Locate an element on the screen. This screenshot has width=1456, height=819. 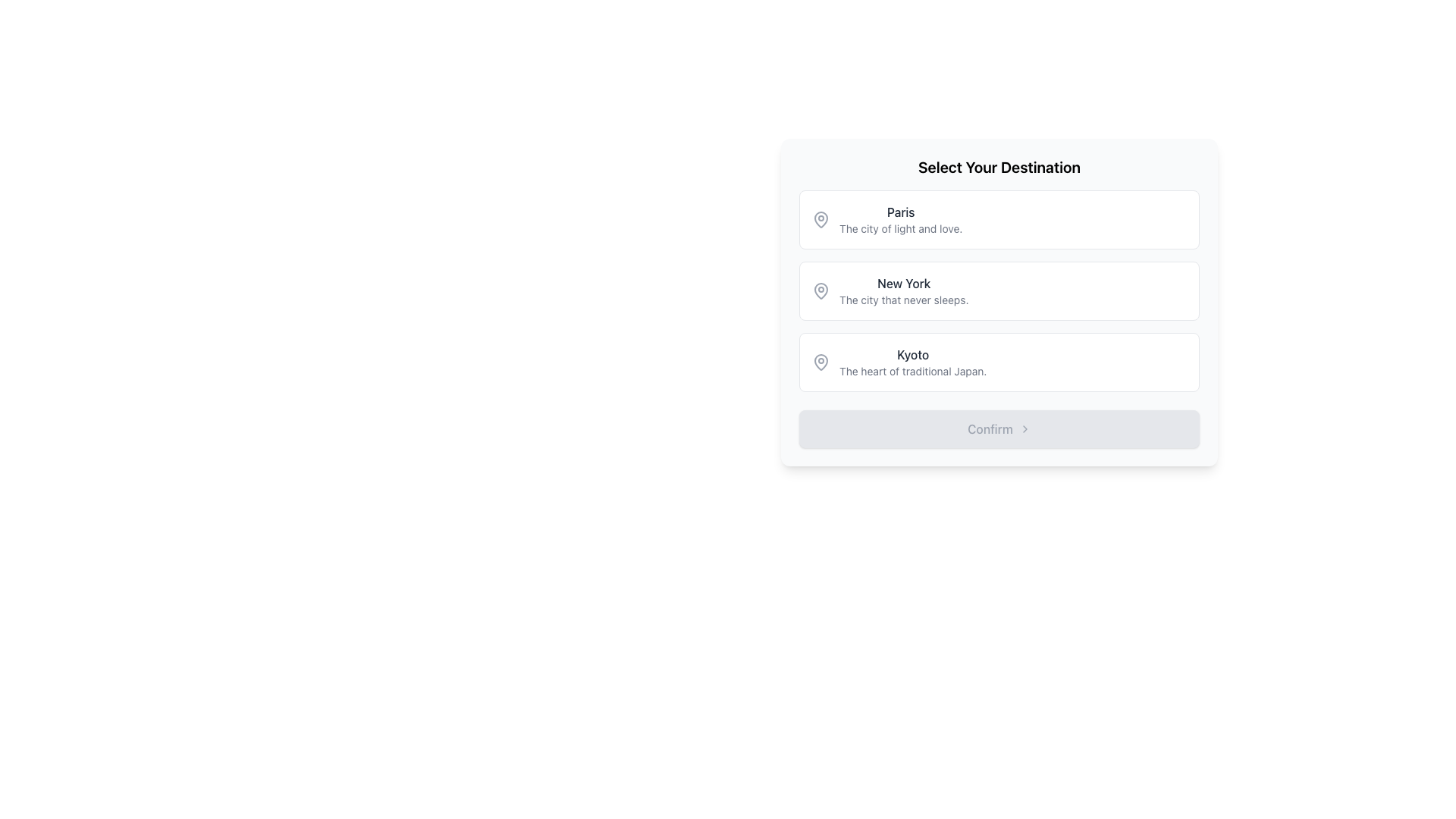
the pin icon, which resembles a location marker and is located to the left of the text 'Kyoto' in the 'Select Your Destination' options is located at coordinates (821, 362).